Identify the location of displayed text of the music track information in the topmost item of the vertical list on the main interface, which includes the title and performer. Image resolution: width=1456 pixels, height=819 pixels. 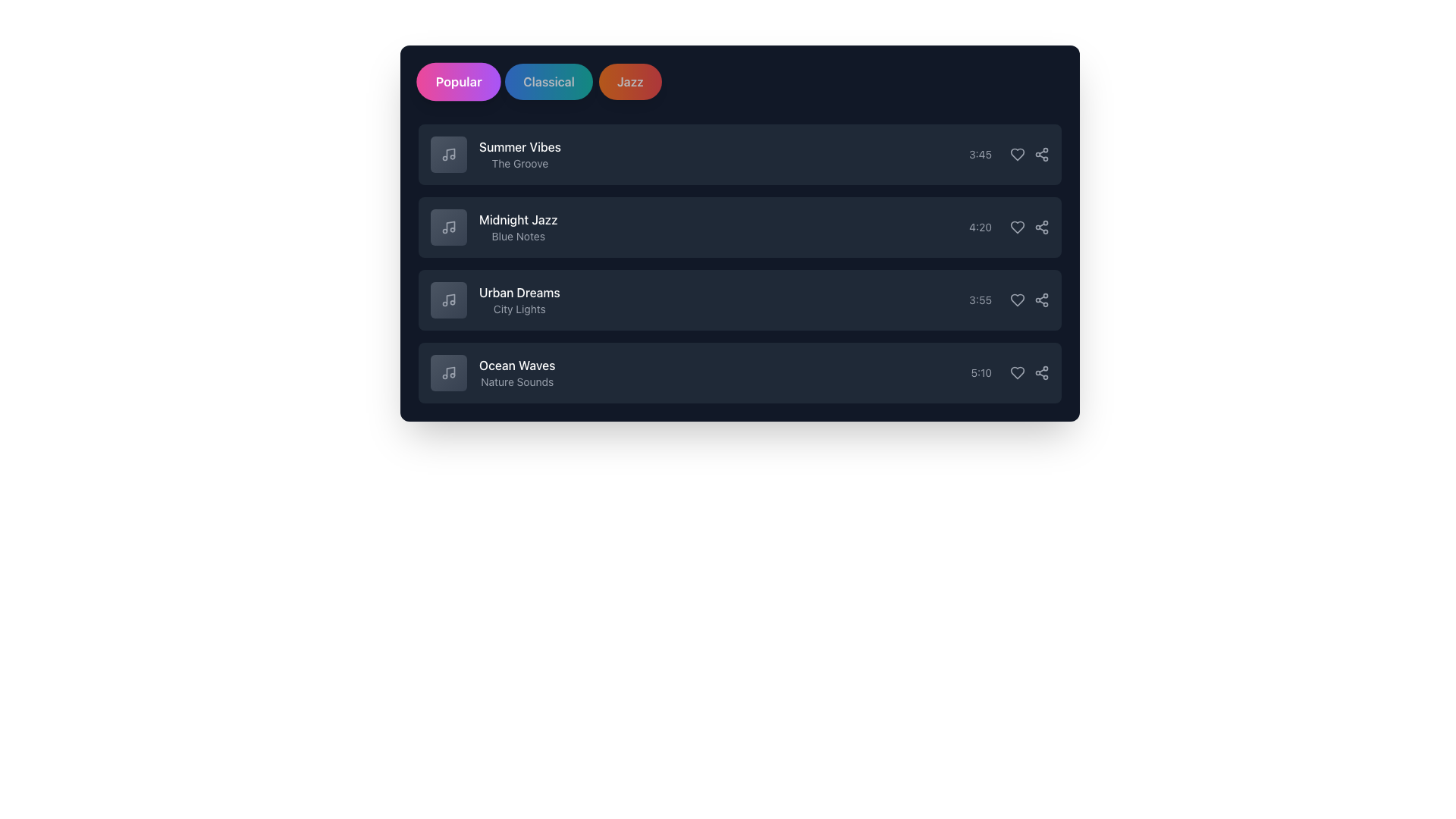
(520, 155).